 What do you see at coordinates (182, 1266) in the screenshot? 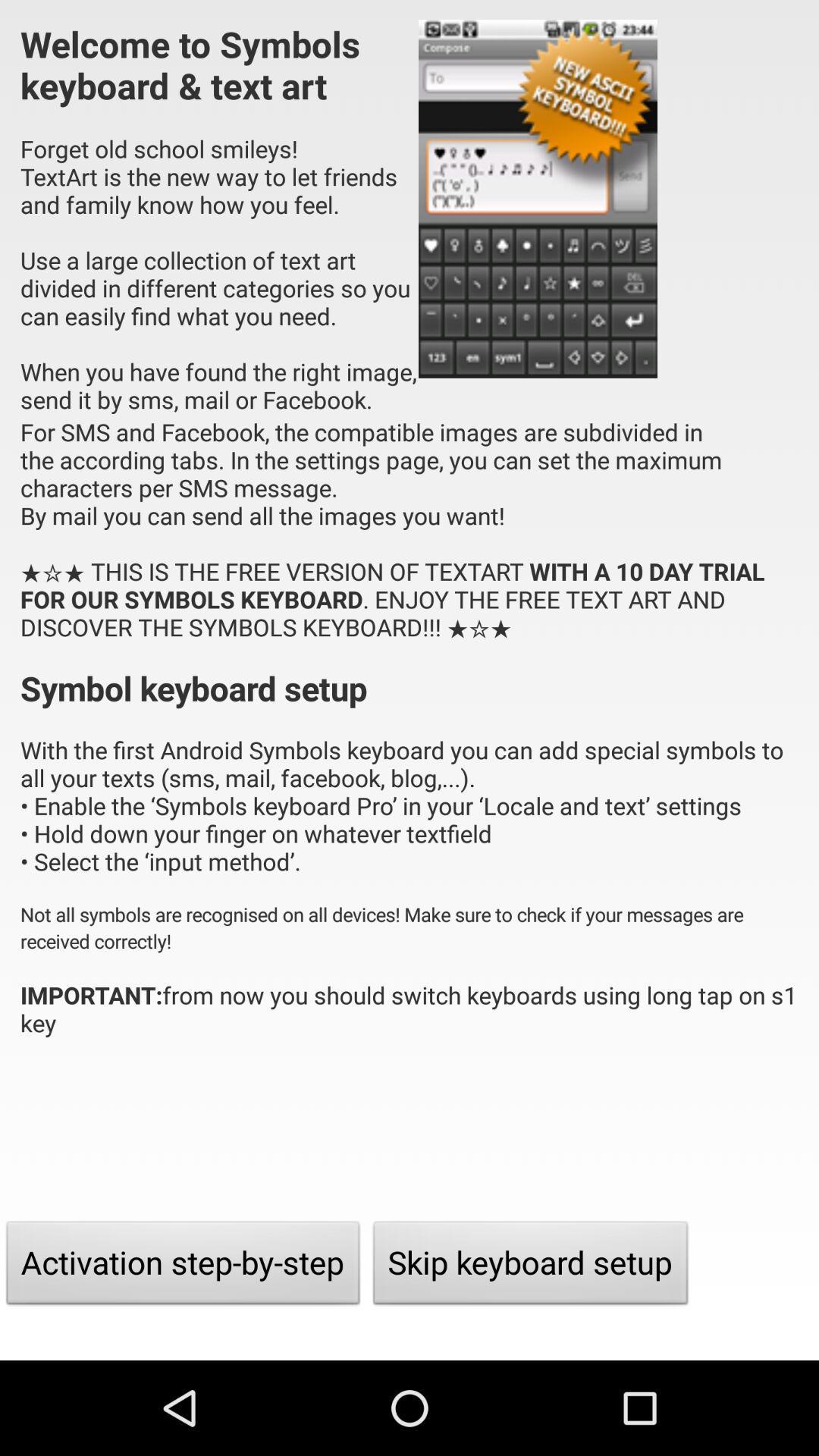
I see `the item next to the skip keyboard setup item` at bounding box center [182, 1266].